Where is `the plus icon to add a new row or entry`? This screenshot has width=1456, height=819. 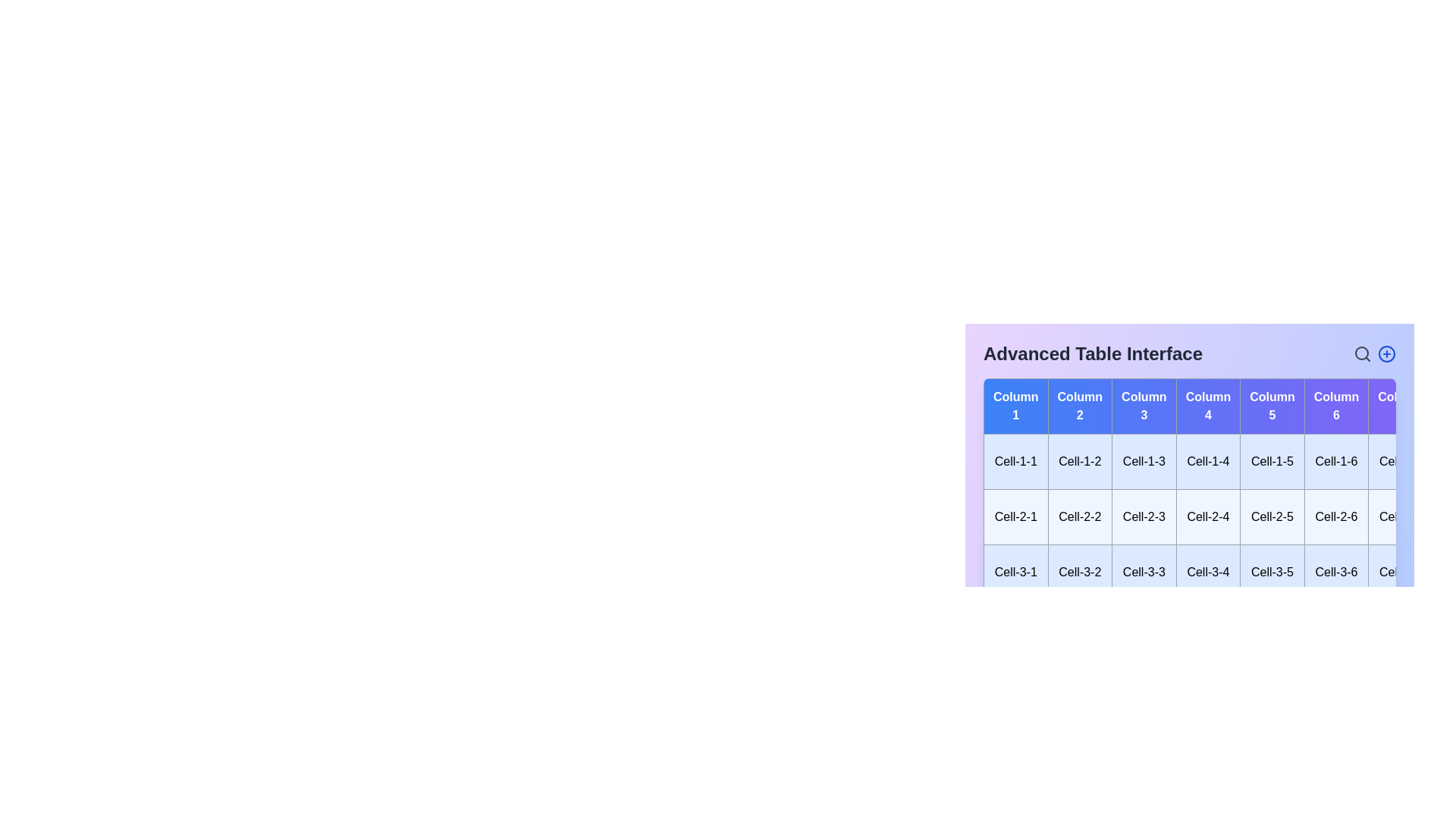
the plus icon to add a new row or entry is located at coordinates (1386, 353).